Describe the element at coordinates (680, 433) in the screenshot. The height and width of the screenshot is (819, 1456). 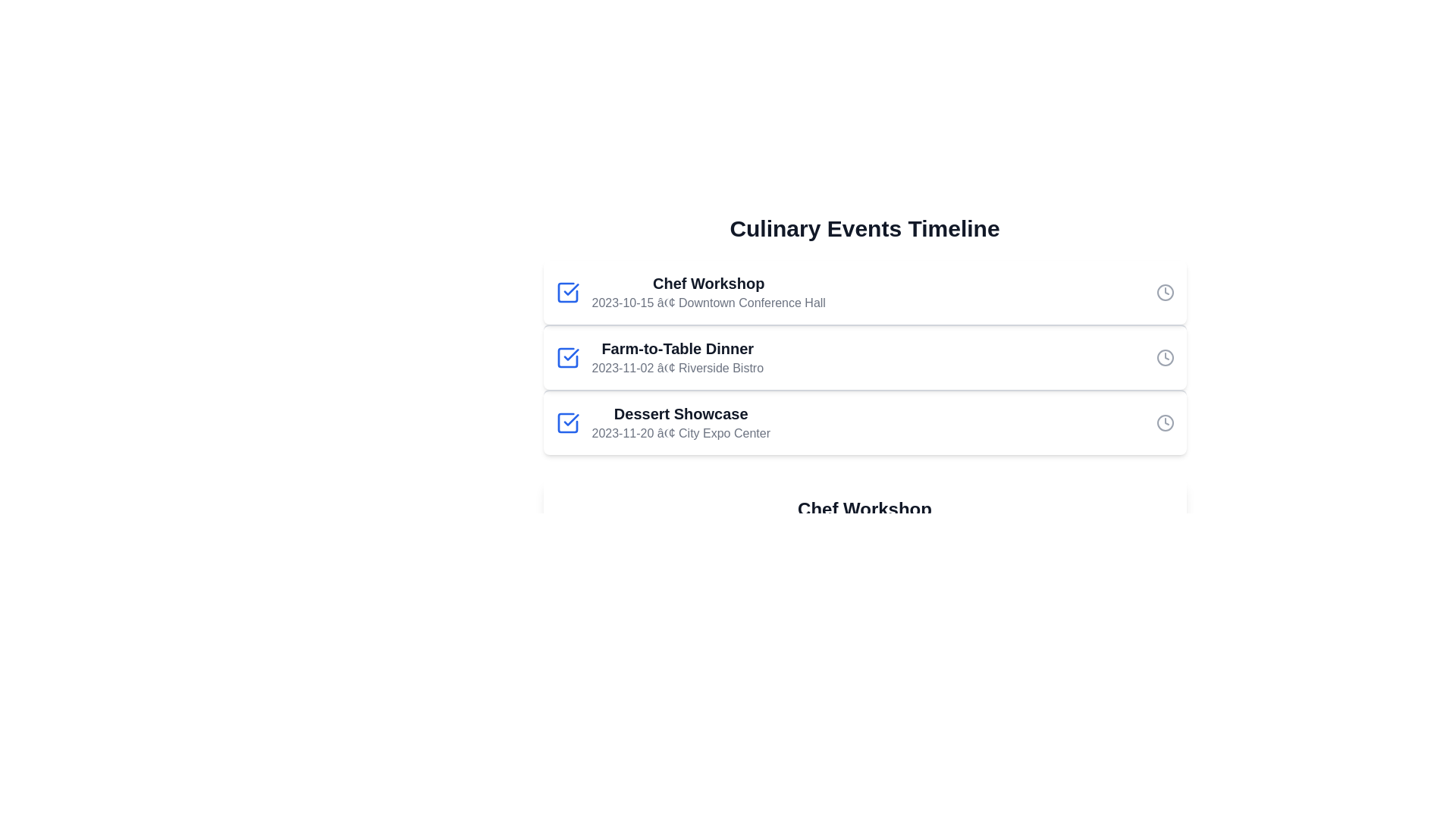
I see `date and venue information from the text label that displays '2023-11-20 • City Expo Center', which is located beneath the bold title 'Dessert Showcase'` at that location.